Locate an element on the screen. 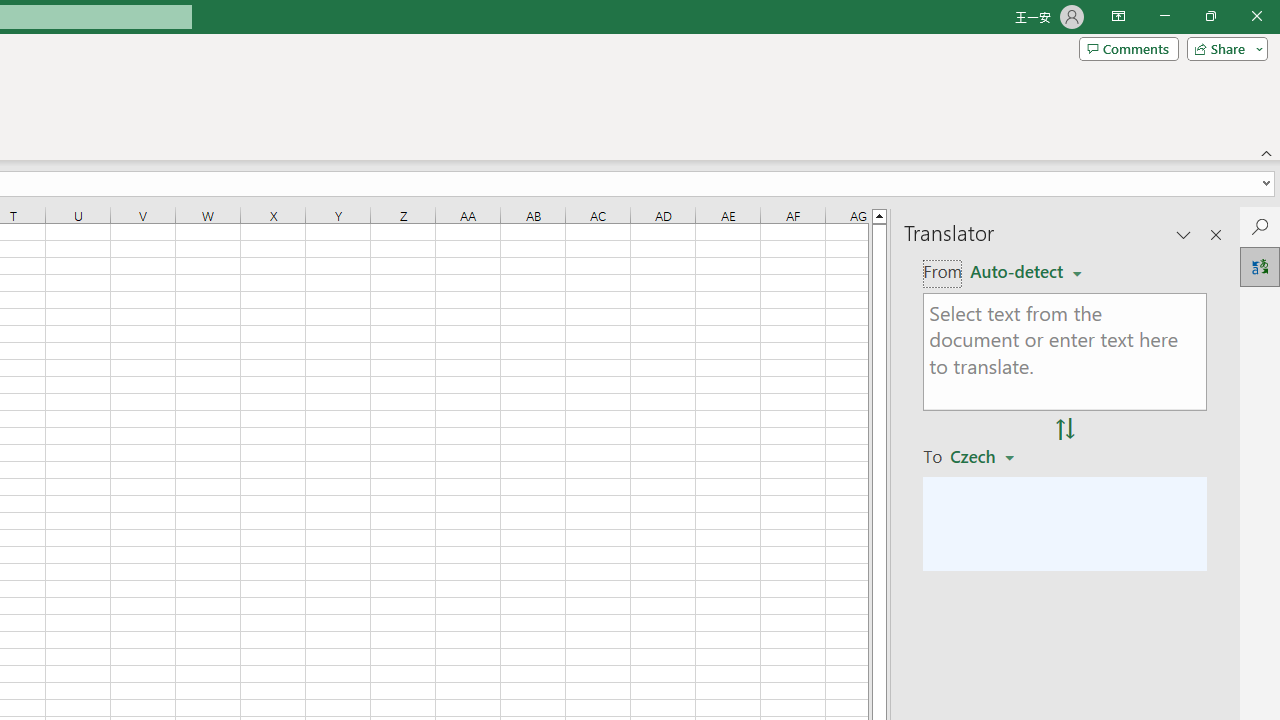 The image size is (1280, 720). 'English' is located at coordinates (1025, 272).